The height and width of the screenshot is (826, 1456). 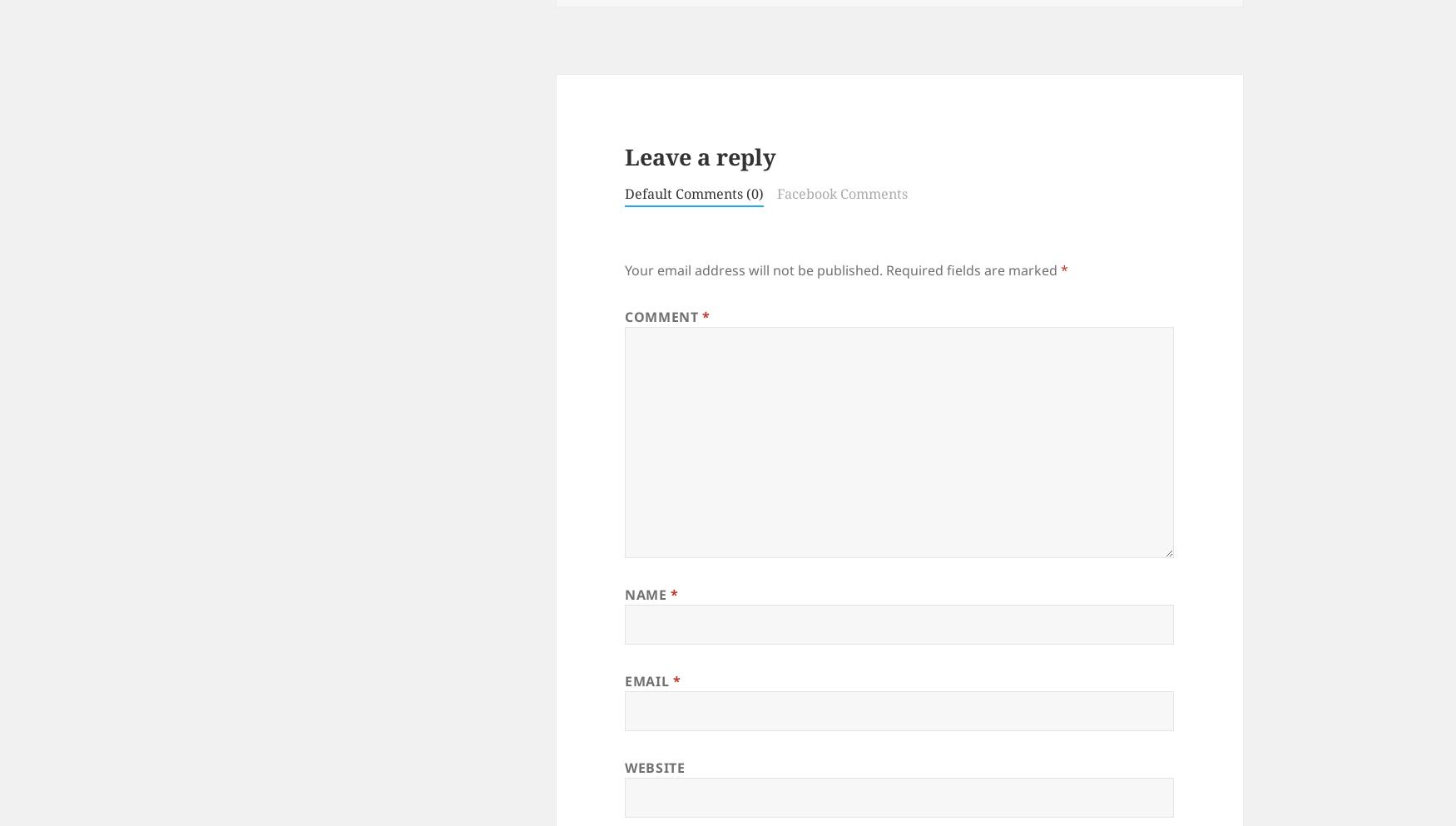 I want to click on 'Leave a reply', so click(x=700, y=155).